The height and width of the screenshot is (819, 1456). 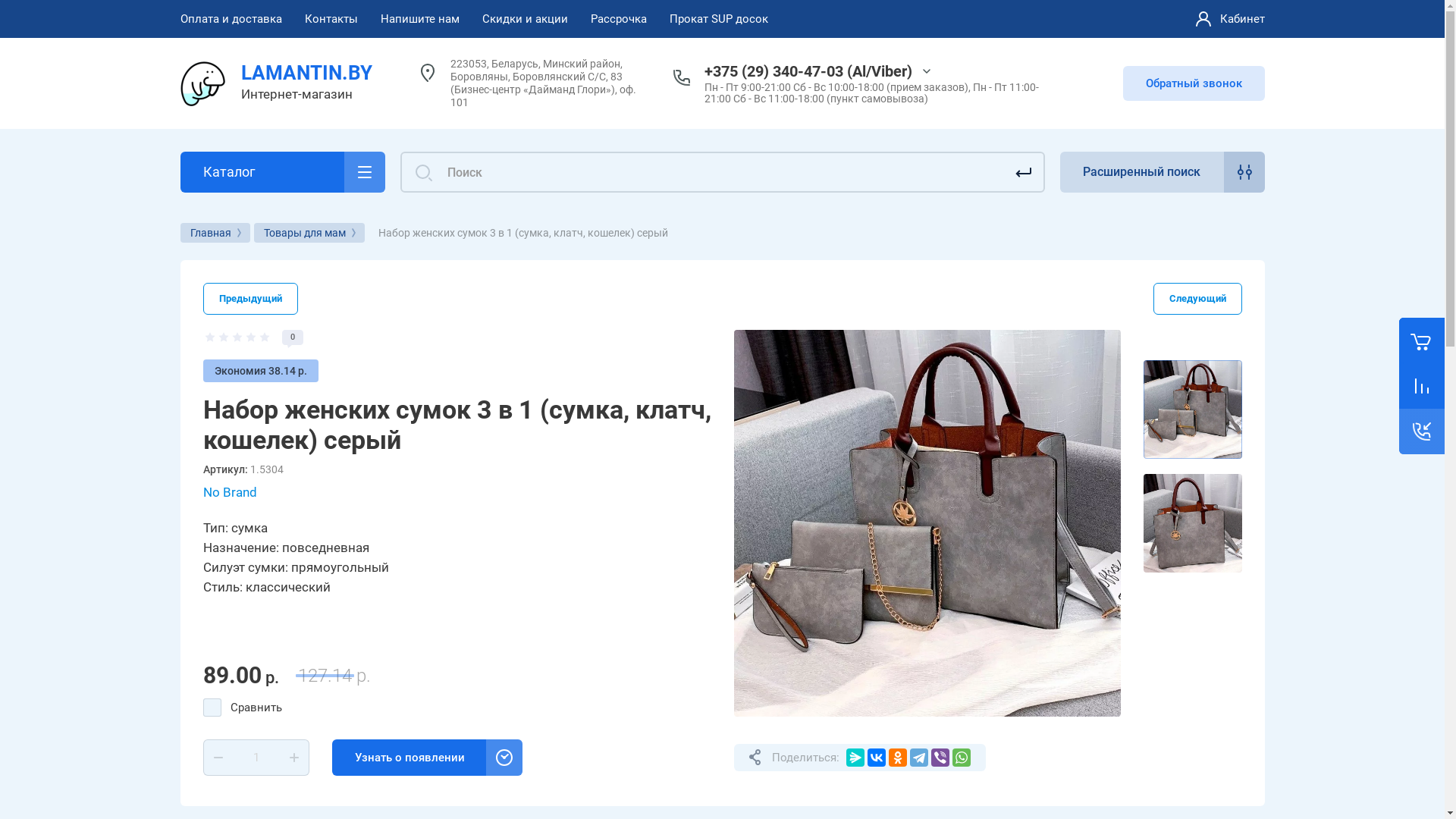 I want to click on '+', so click(x=294, y=758).